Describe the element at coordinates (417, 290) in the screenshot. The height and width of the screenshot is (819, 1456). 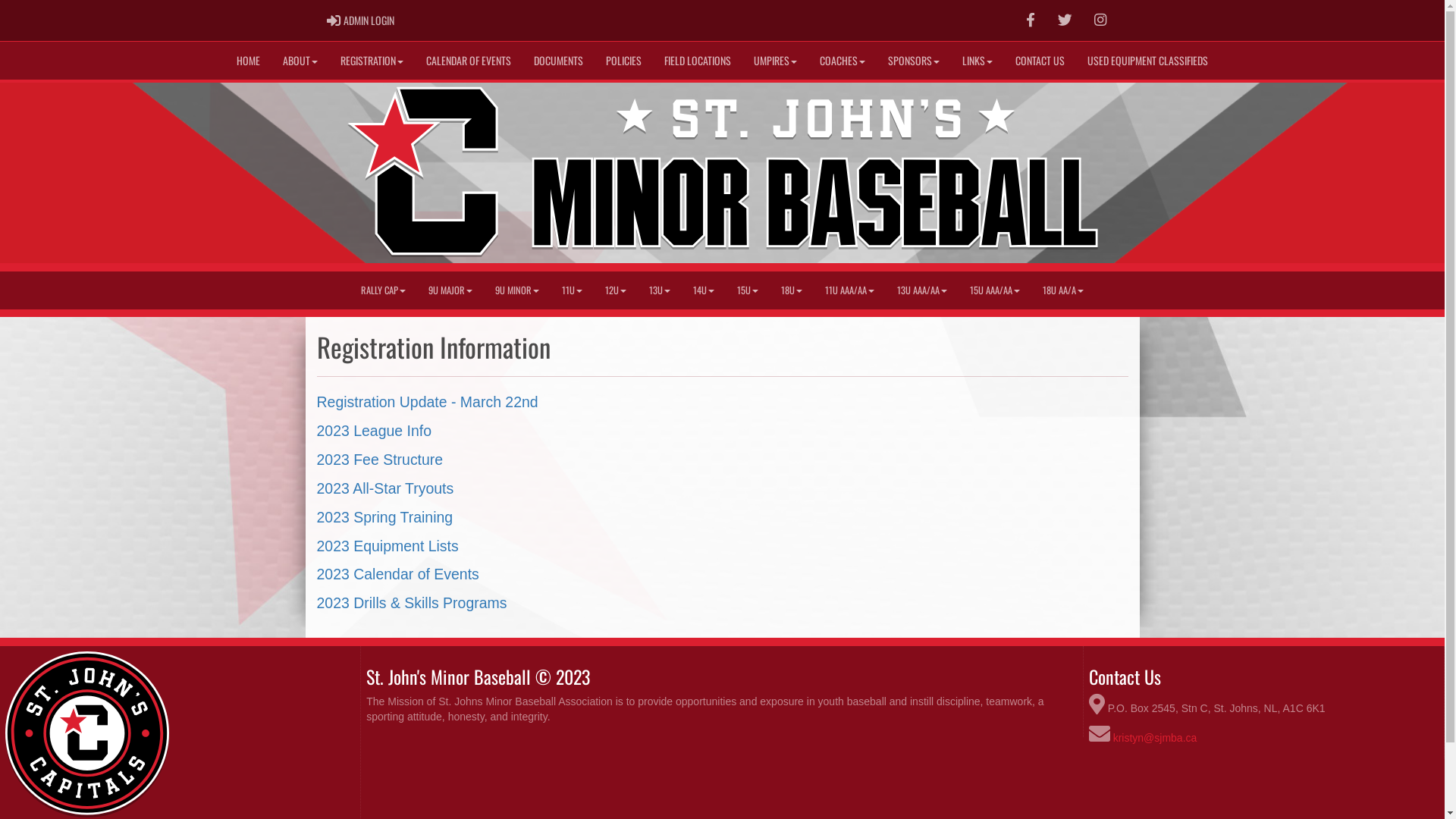
I see `'9U MAJOR'` at that location.